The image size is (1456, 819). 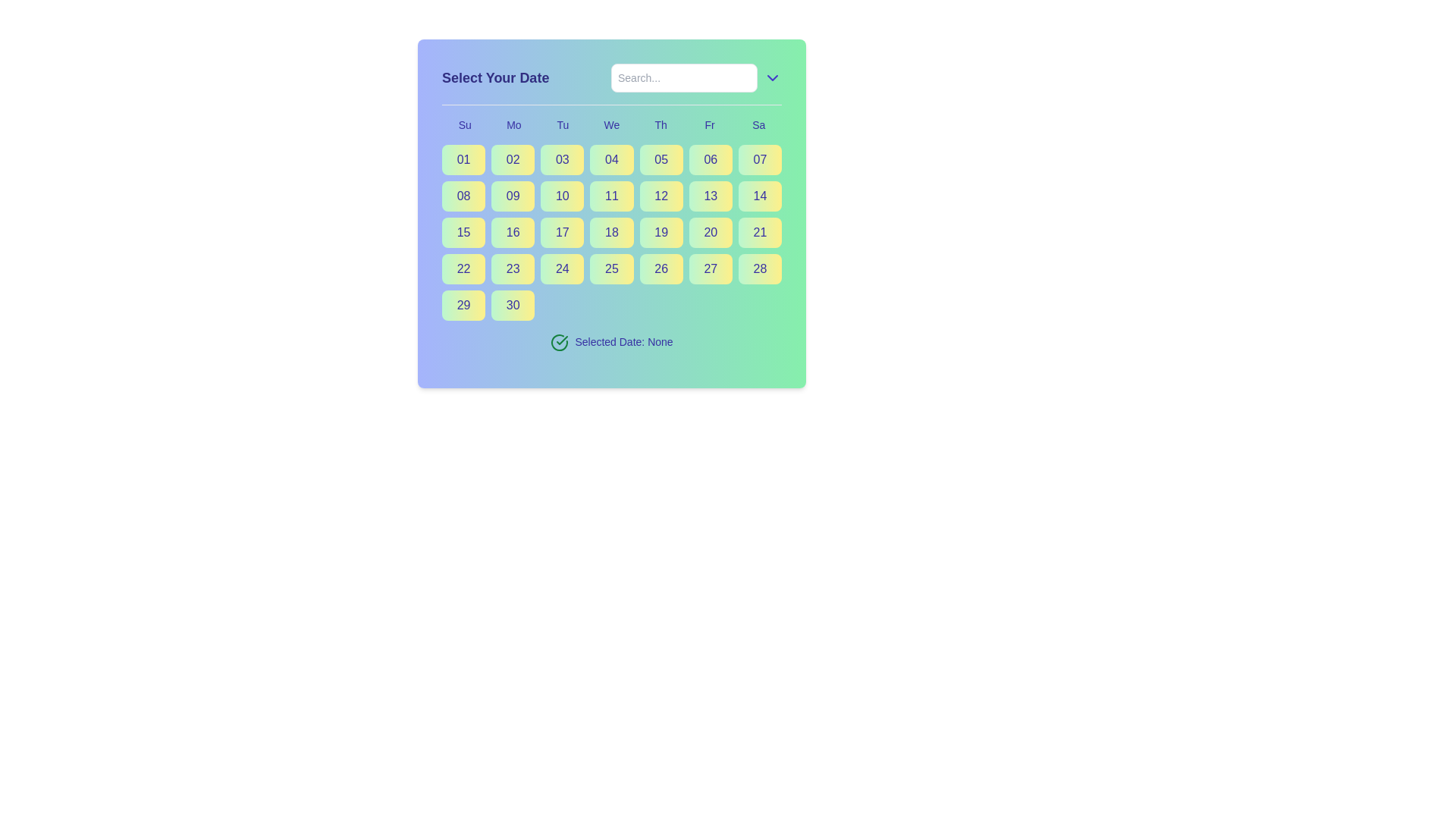 What do you see at coordinates (611, 233) in the screenshot?
I see `a date cell in the Calendar grid` at bounding box center [611, 233].